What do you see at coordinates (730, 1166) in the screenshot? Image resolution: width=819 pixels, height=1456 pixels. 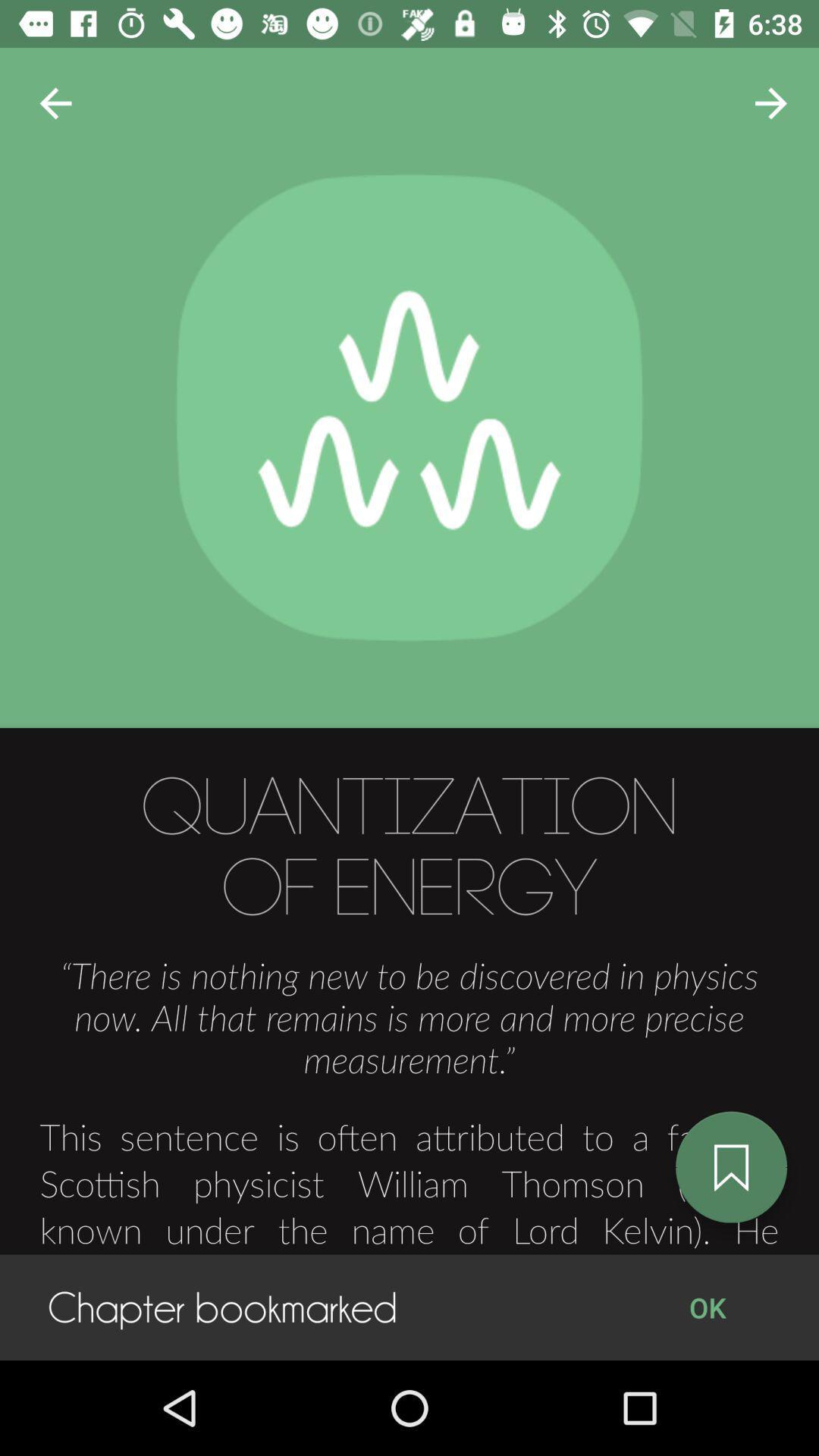 I see `the bookmark icon` at bounding box center [730, 1166].